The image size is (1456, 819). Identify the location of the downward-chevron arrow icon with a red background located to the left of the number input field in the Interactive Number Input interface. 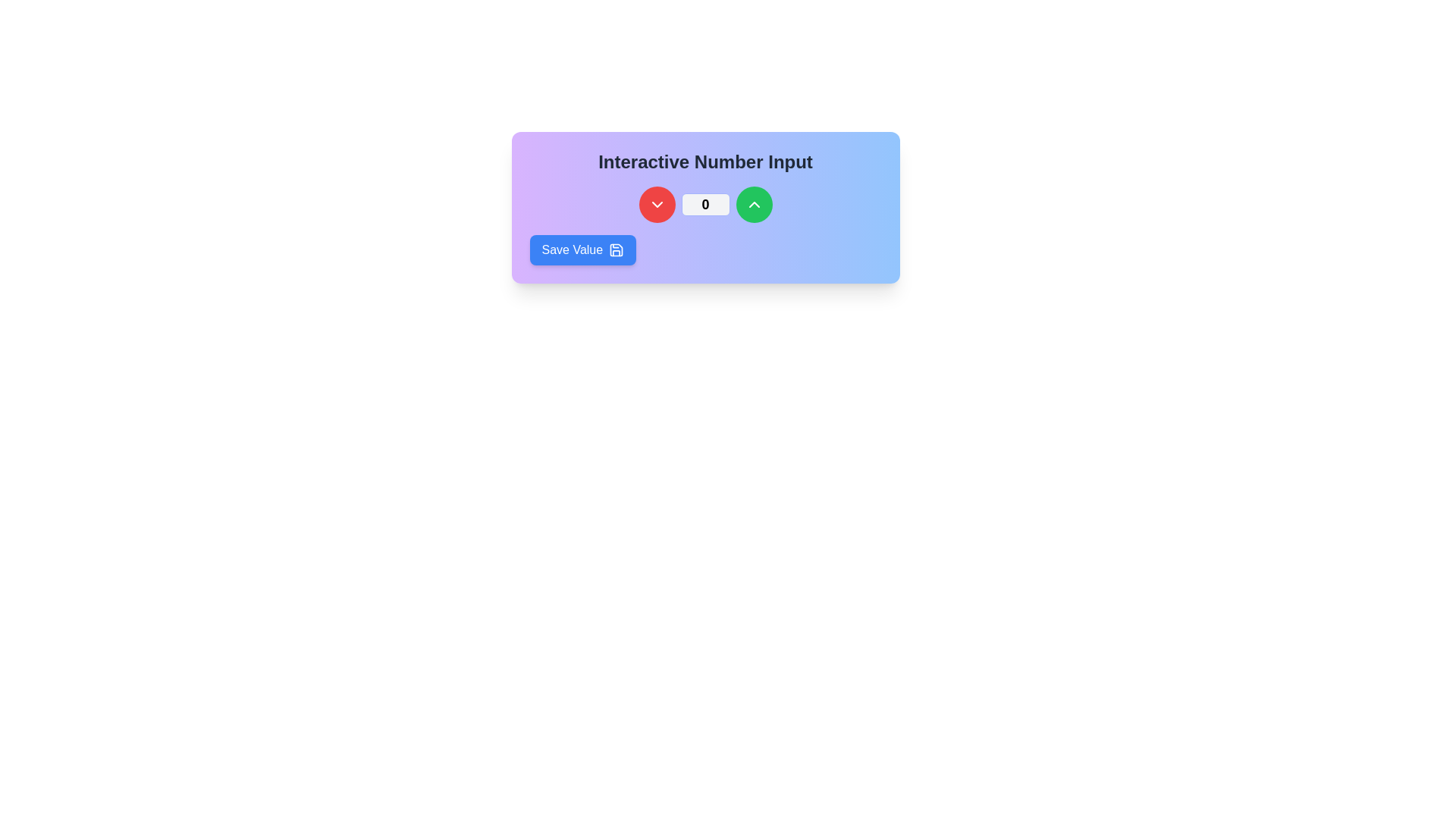
(657, 205).